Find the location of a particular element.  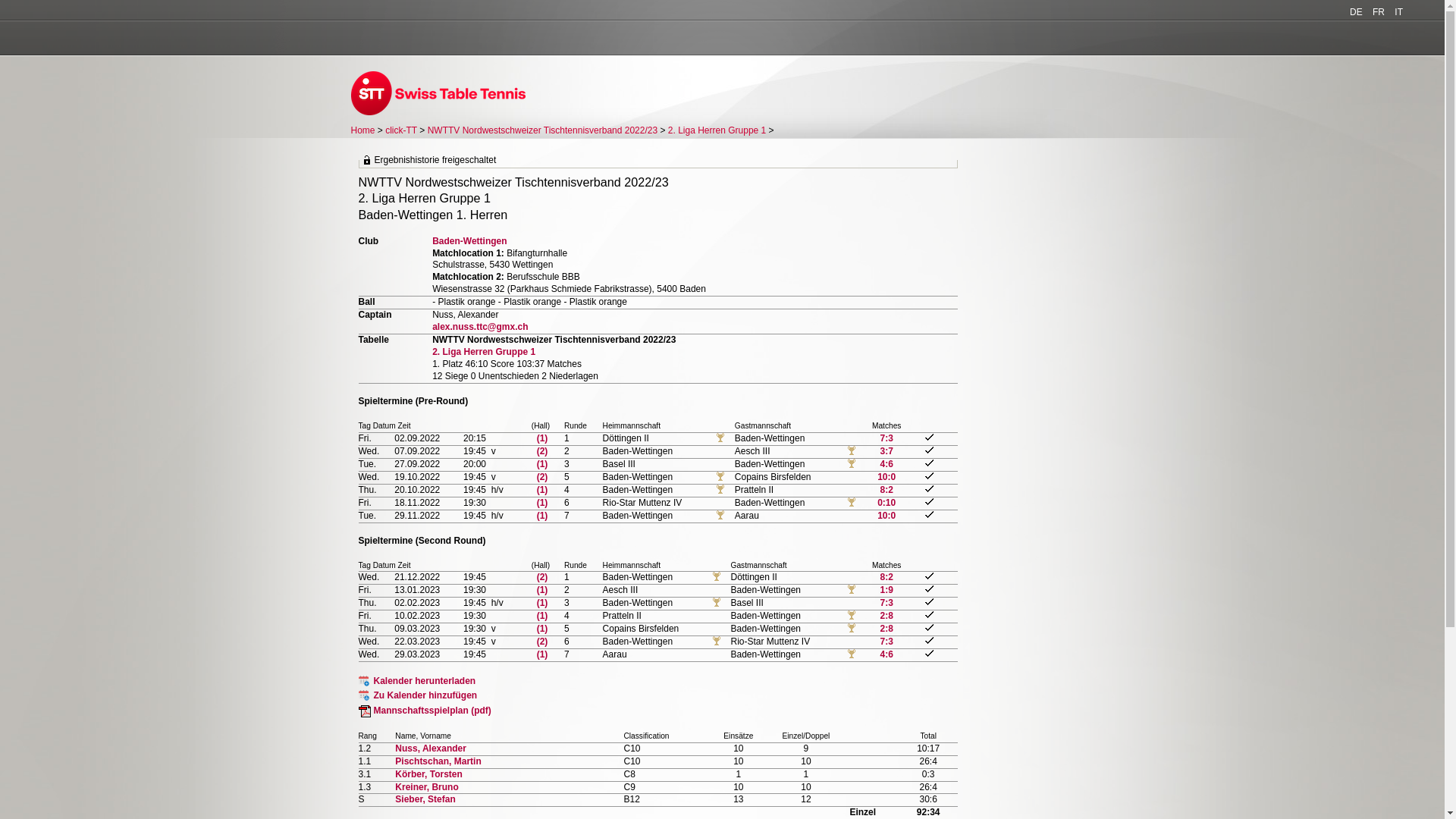

'Victory' is located at coordinates (716, 641).